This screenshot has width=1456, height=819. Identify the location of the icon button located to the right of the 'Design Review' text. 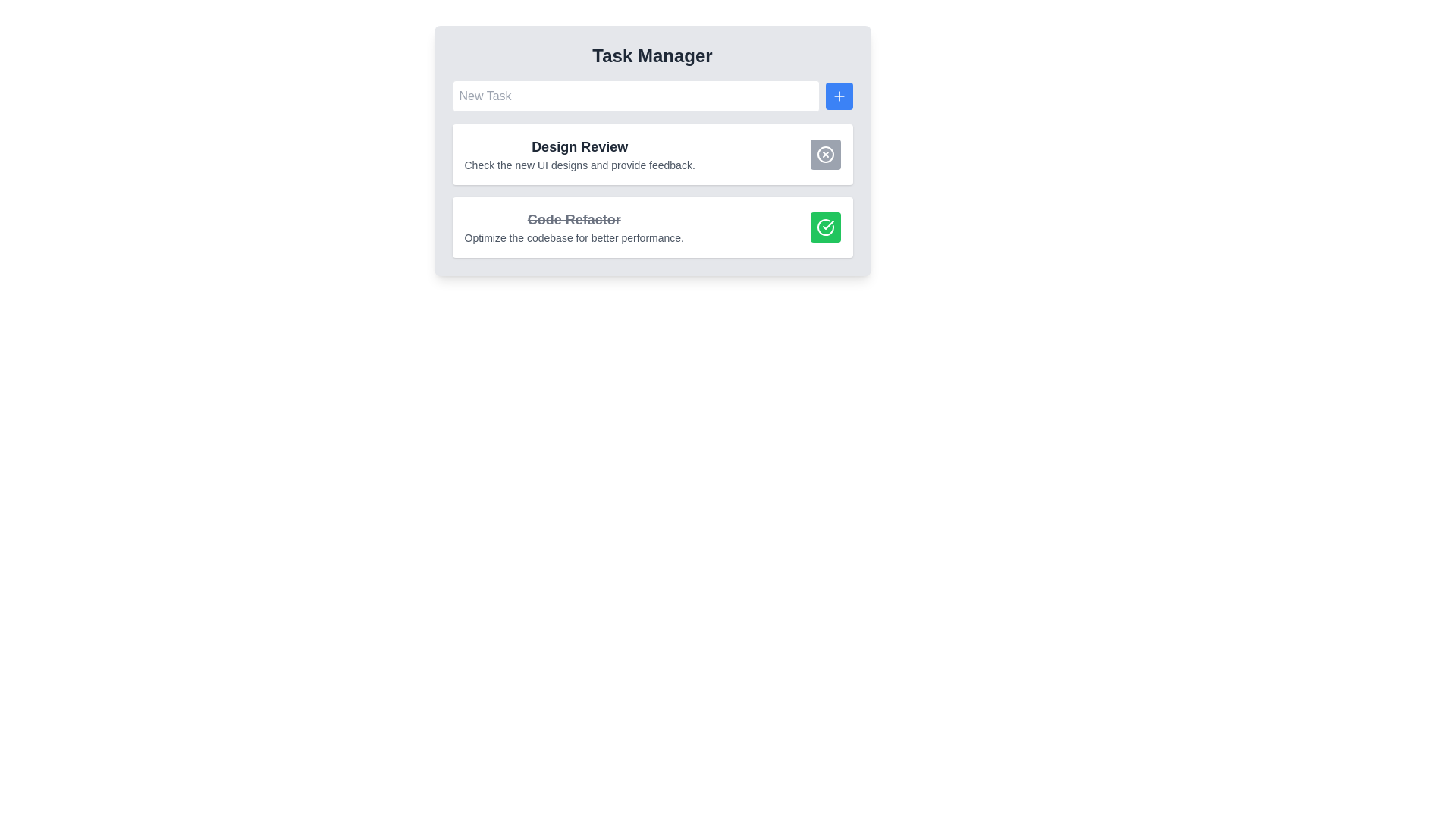
(824, 155).